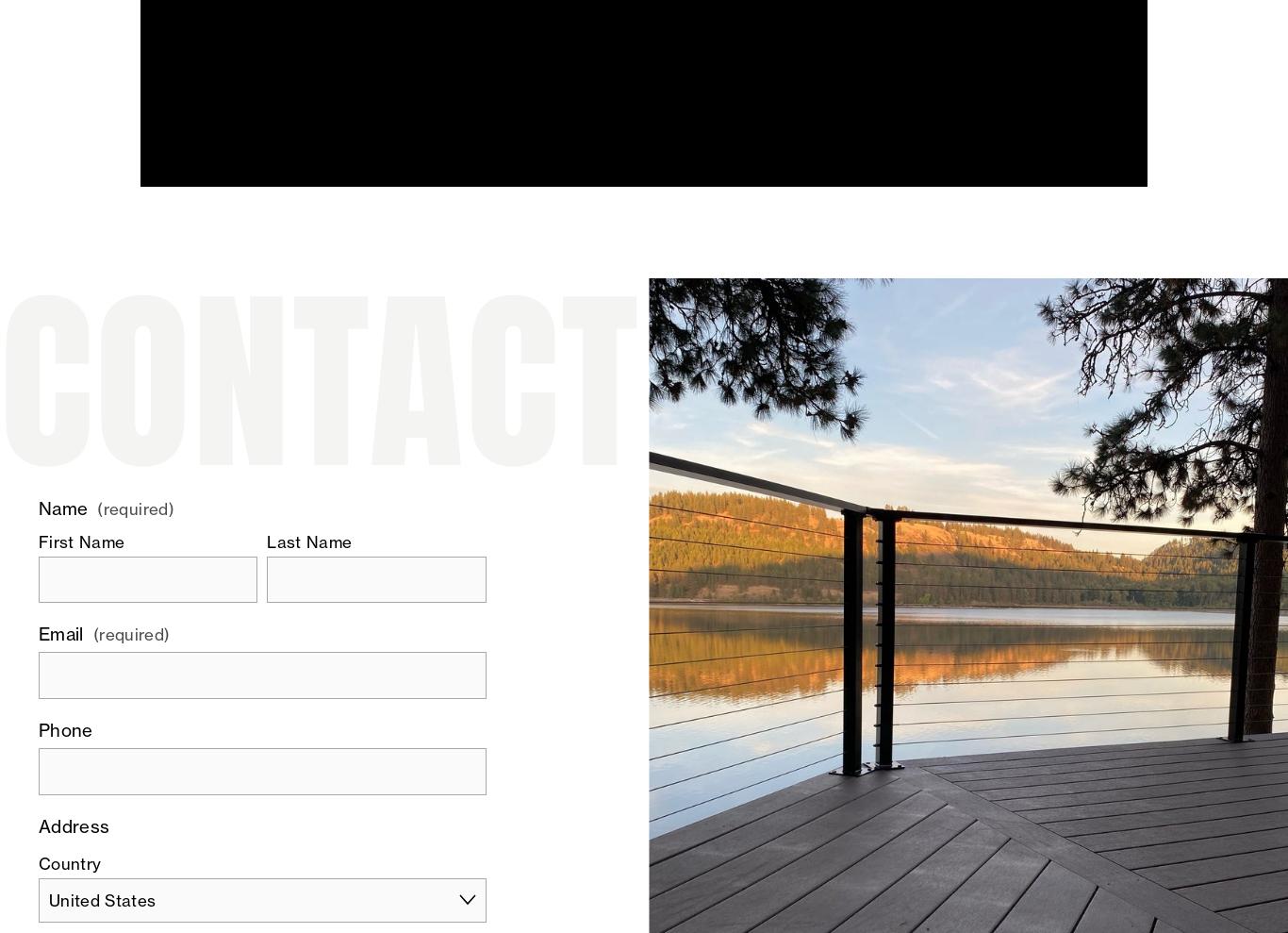 Image resolution: width=1288 pixels, height=933 pixels. Describe the element at coordinates (64, 728) in the screenshot. I see `'Phone'` at that location.